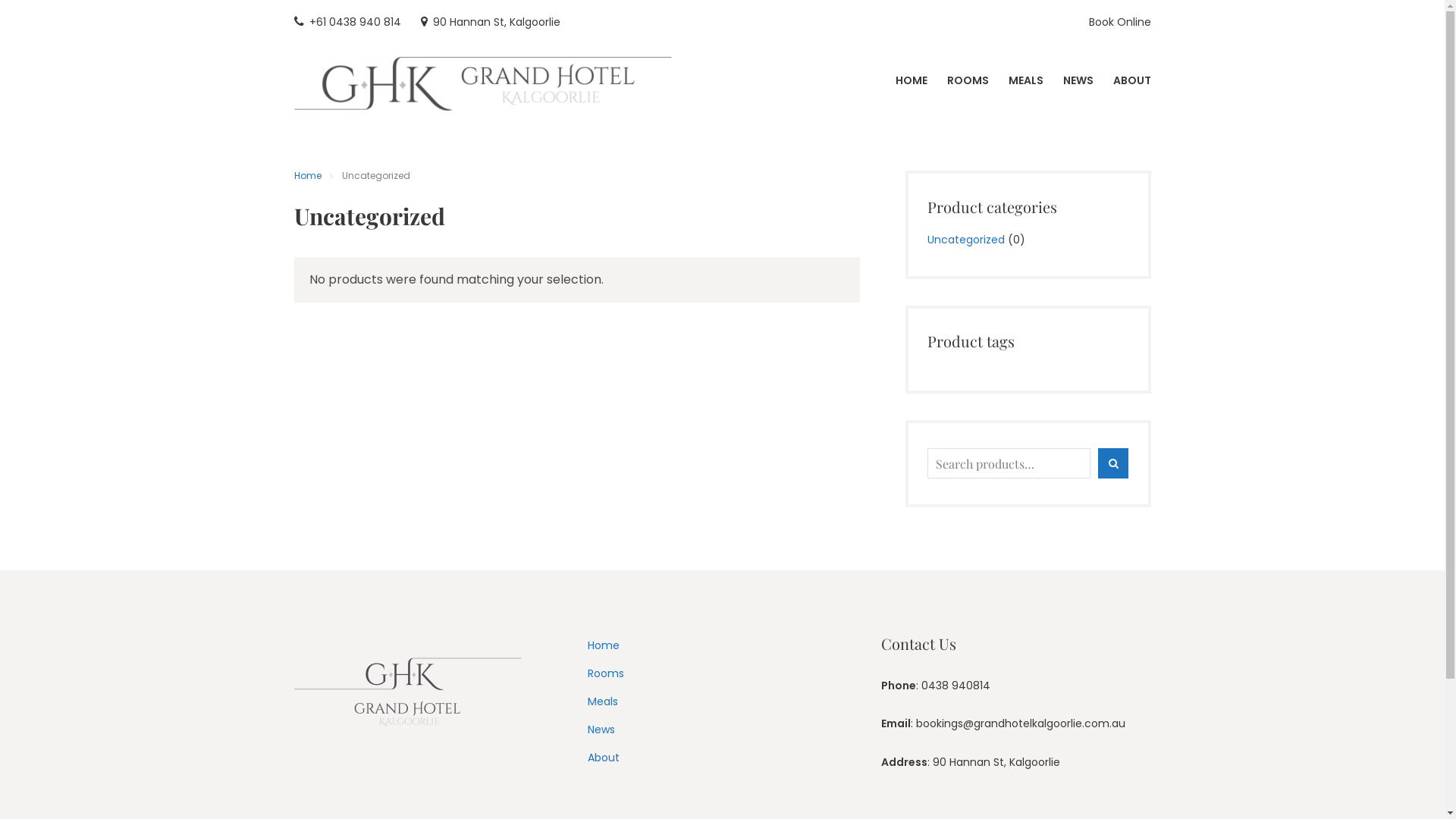  Describe the element at coordinates (602, 701) in the screenshot. I see `'Meals'` at that location.